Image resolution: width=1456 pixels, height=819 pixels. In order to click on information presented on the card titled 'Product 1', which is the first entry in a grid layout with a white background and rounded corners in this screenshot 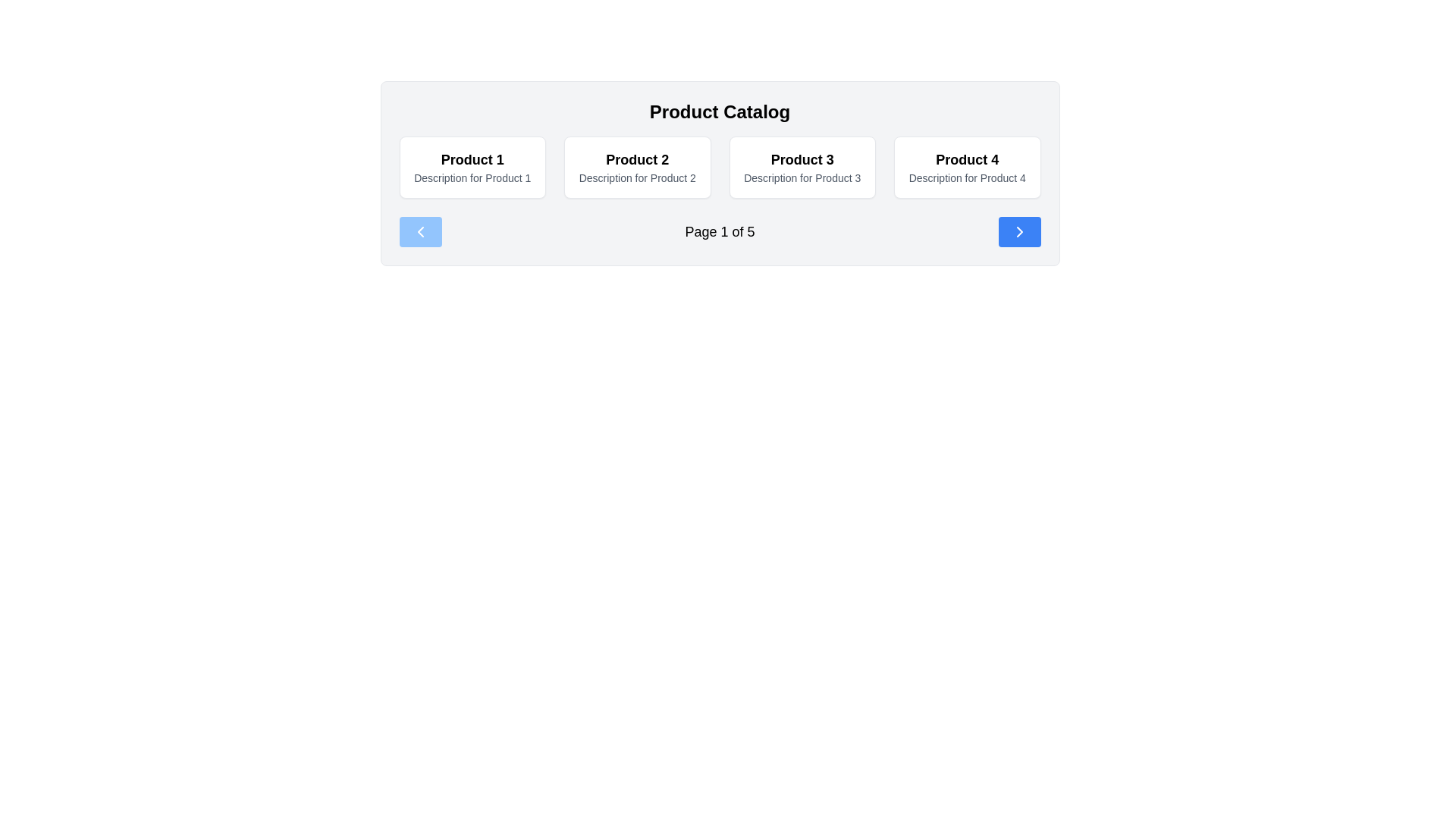, I will do `click(472, 167)`.